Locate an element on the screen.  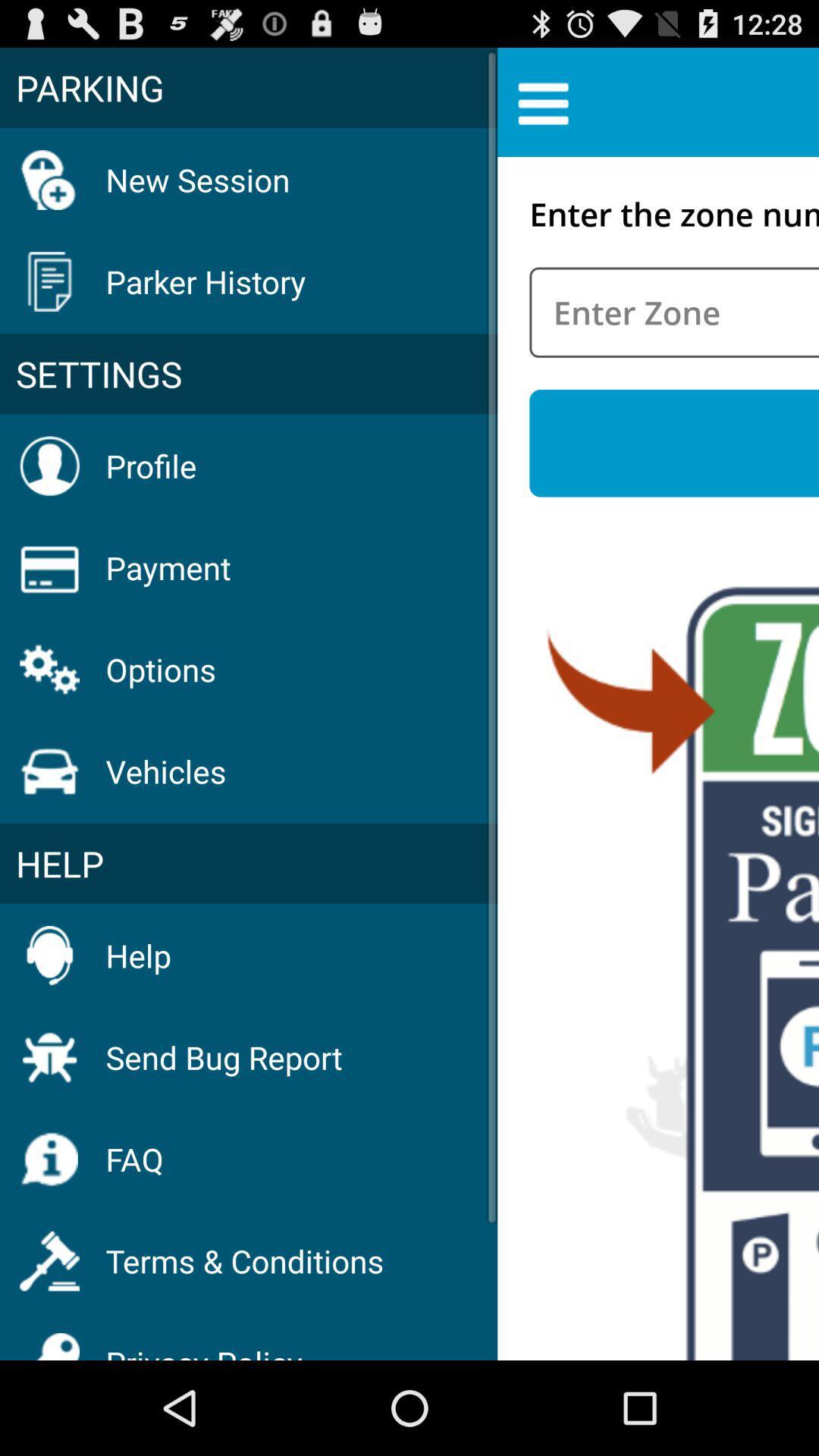
icon below help icon is located at coordinates (224, 1056).